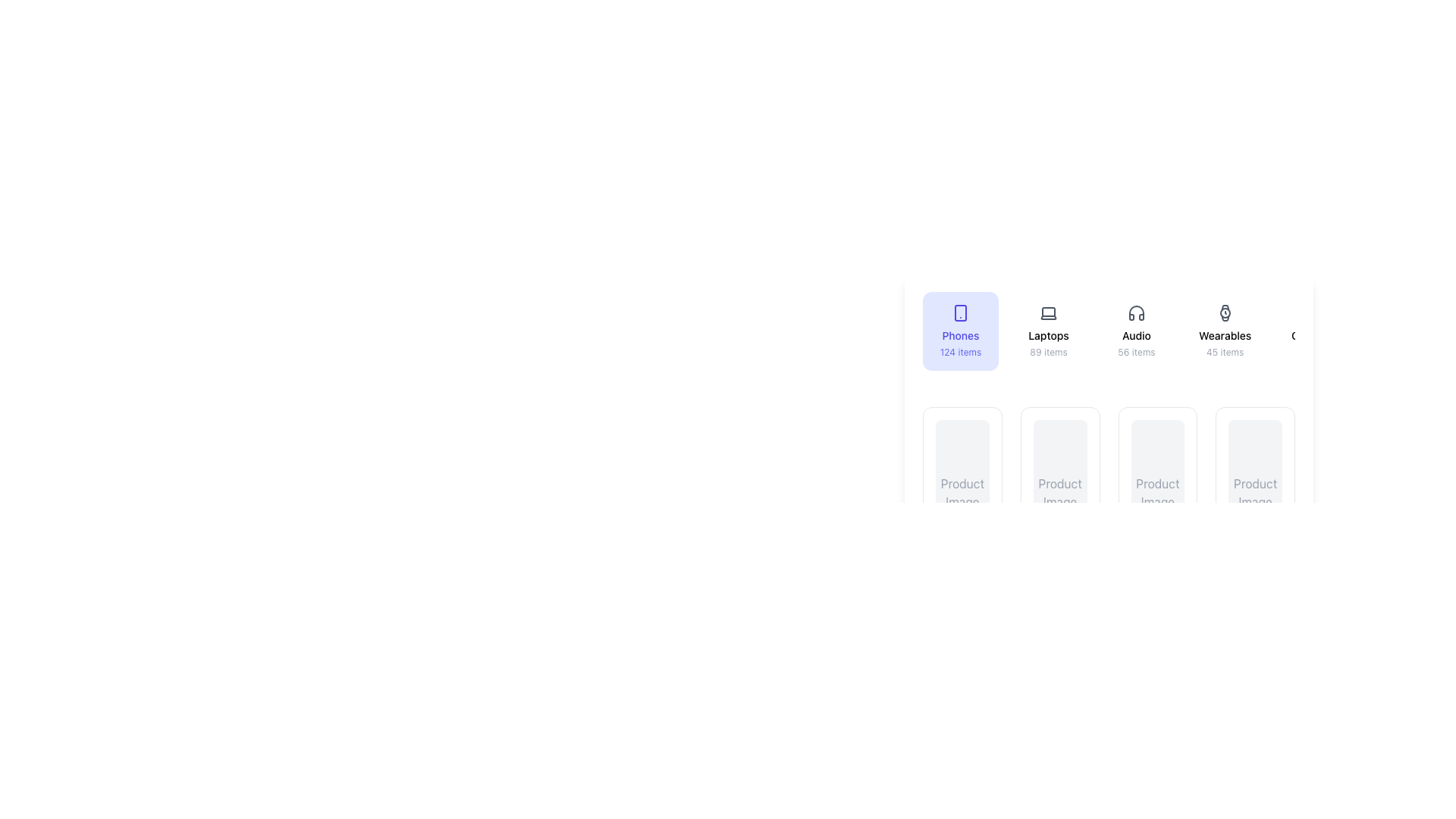 This screenshot has width=1456, height=819. Describe the element at coordinates (962, 493) in the screenshot. I see `the static text label indicating a product image within the first card of a horizontal list below the 'Phones' header` at that location.